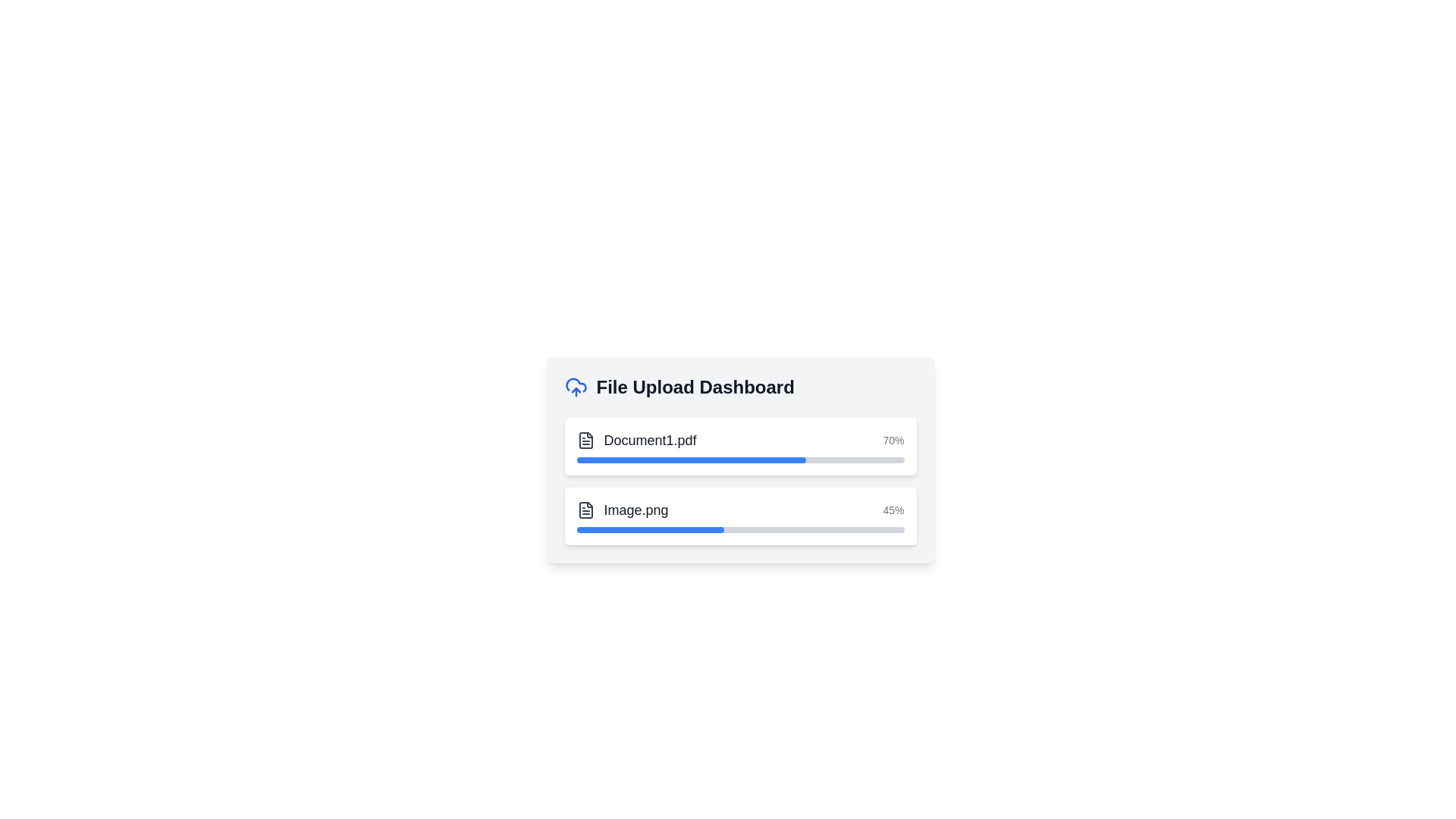 The height and width of the screenshot is (819, 1456). I want to click on the header element that serves as the title for the dashboard interface, which contains an icon and text, positioned at the top section of the card-like interface, so click(740, 386).